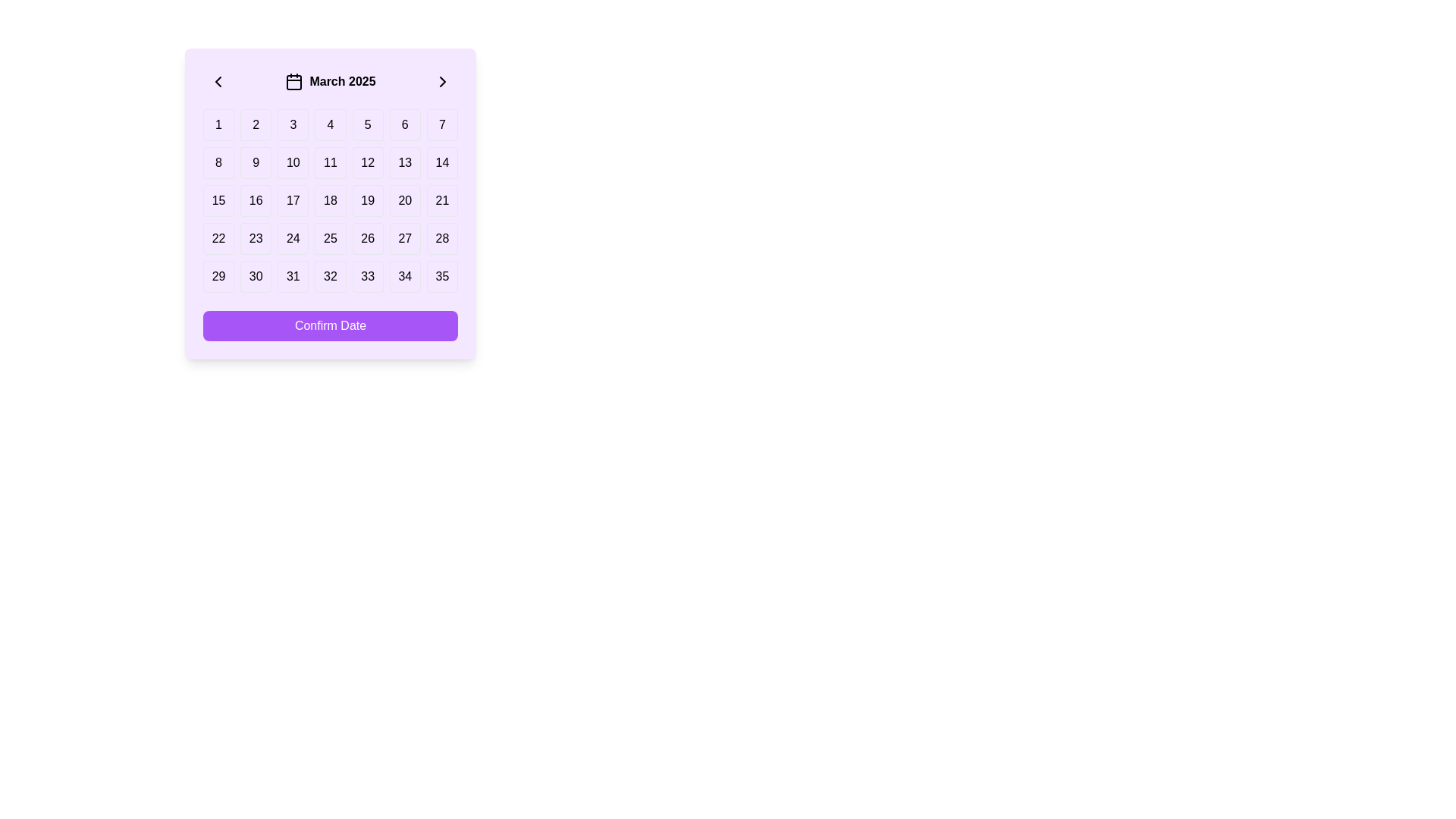 This screenshot has width=1456, height=819. What do you see at coordinates (218, 163) in the screenshot?
I see `the interactive button labeled '8' in the grid layout` at bounding box center [218, 163].